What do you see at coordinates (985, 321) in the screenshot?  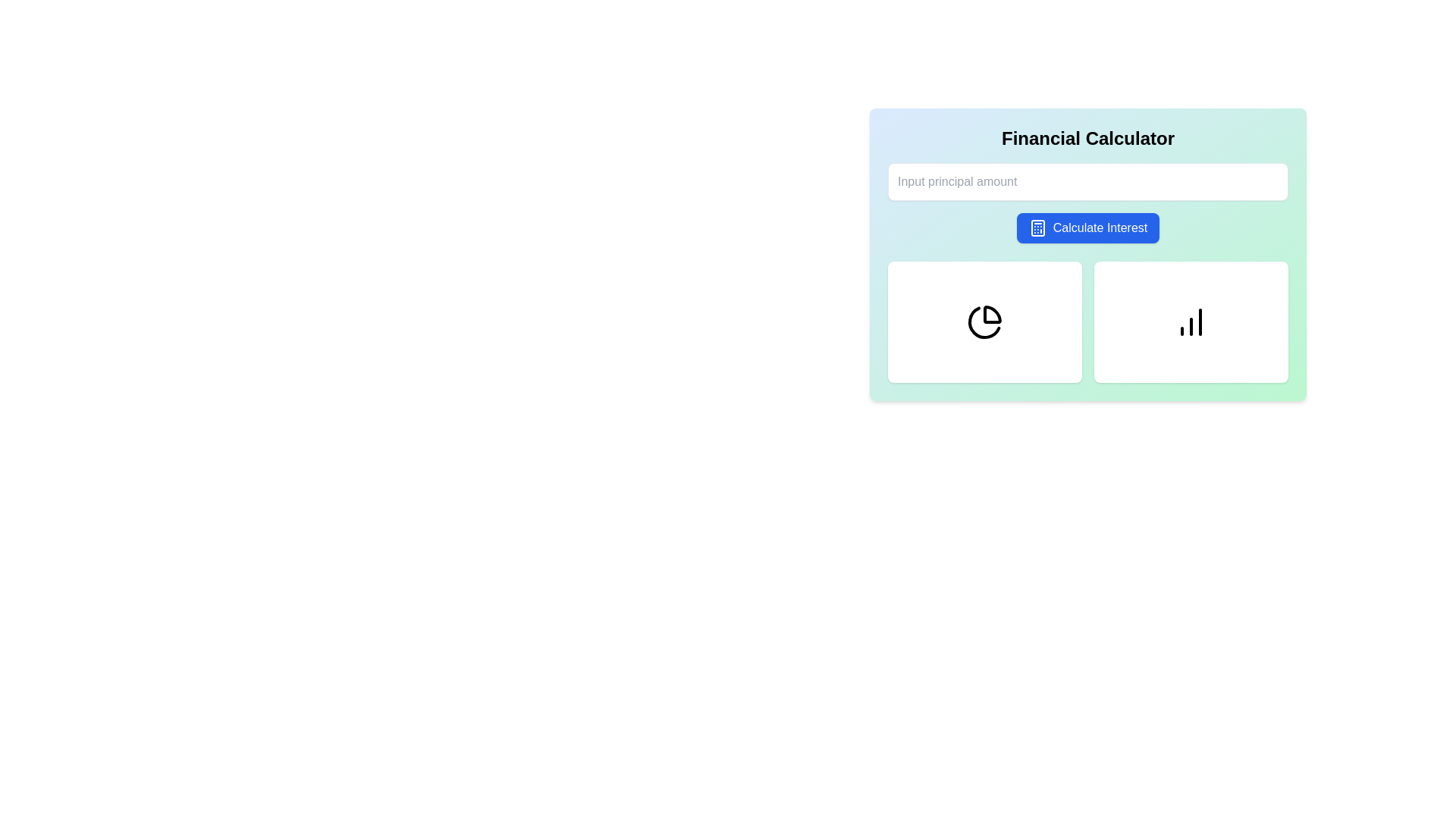 I see `the pie chart icon in the financial calculator interface, which is the first icon located in the left section of the bottom row beneath the 'Calculate Interest' button` at bounding box center [985, 321].